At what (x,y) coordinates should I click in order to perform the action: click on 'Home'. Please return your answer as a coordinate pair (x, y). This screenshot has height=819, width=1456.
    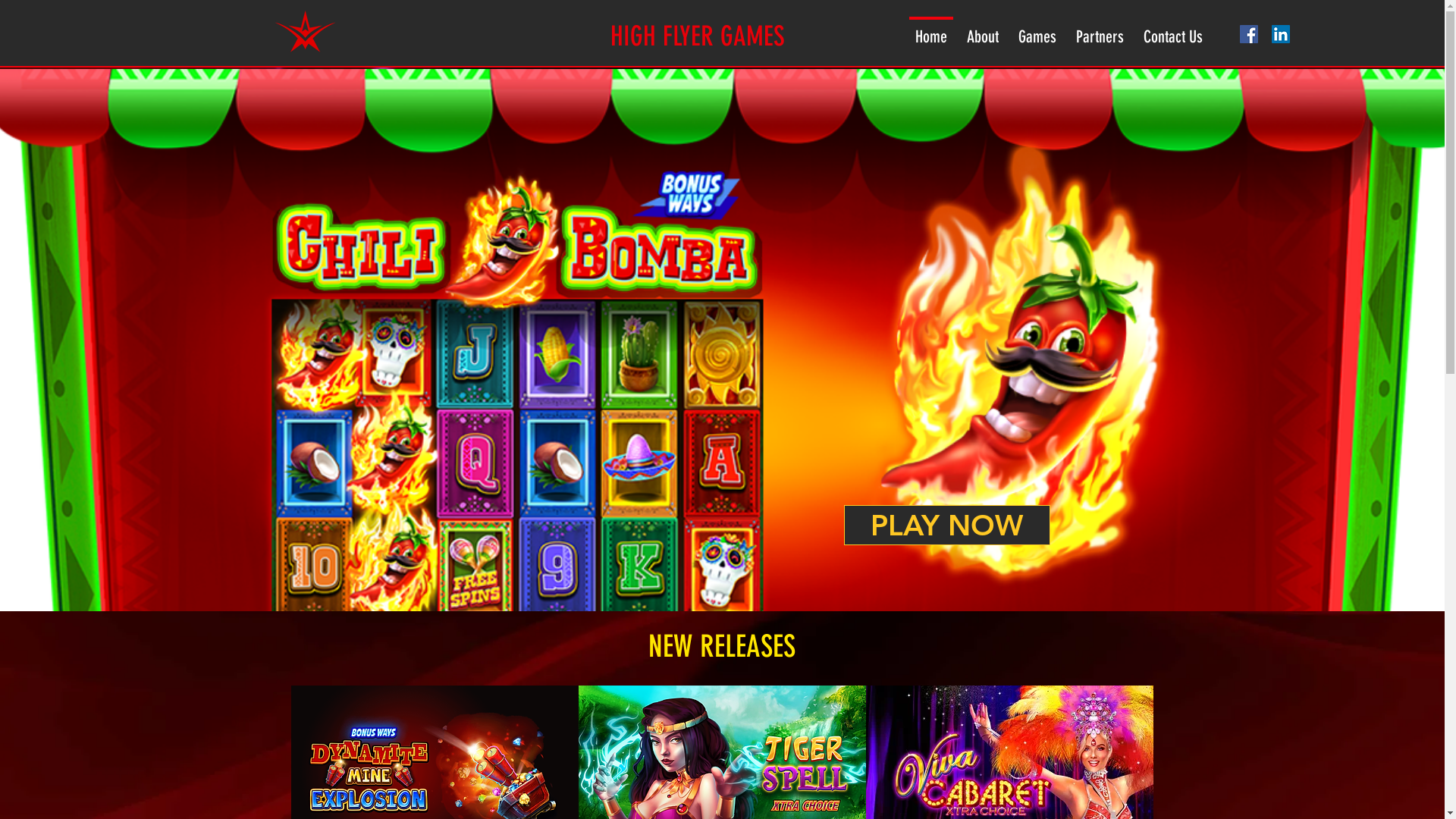
    Looking at the image, I should click on (905, 30).